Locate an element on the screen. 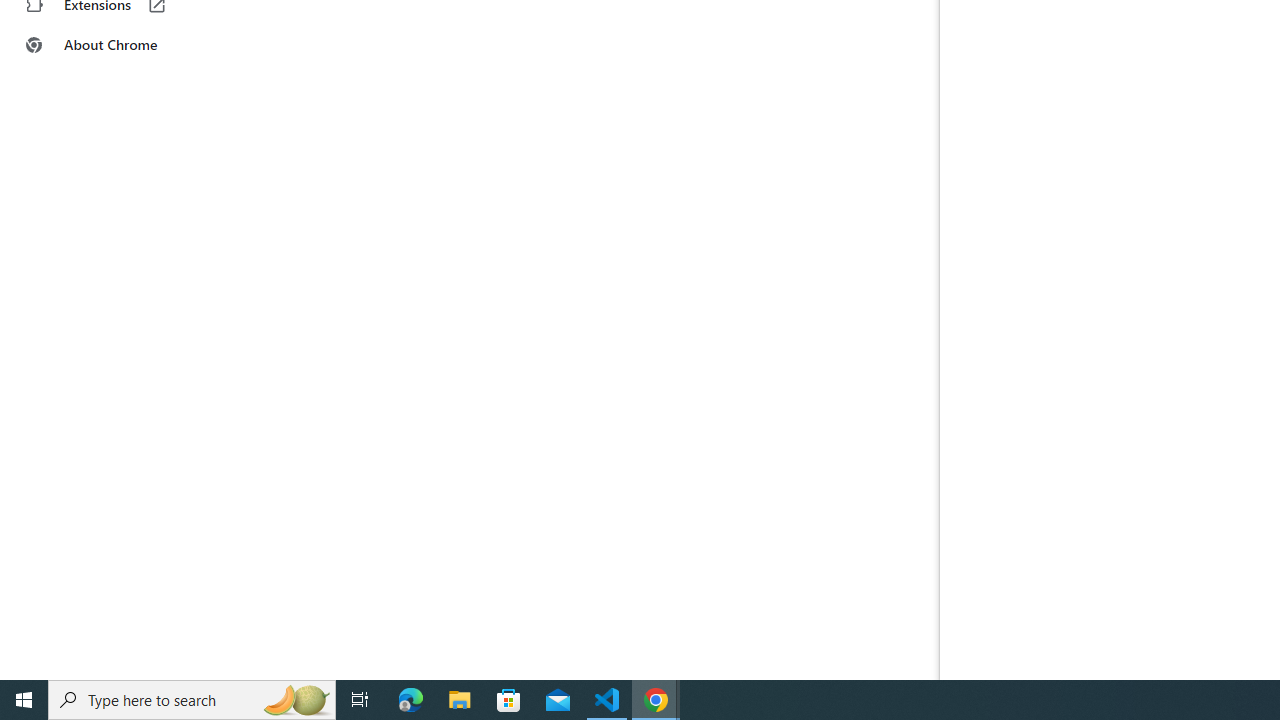 The height and width of the screenshot is (720, 1280). 'Task View' is located at coordinates (359, 698).